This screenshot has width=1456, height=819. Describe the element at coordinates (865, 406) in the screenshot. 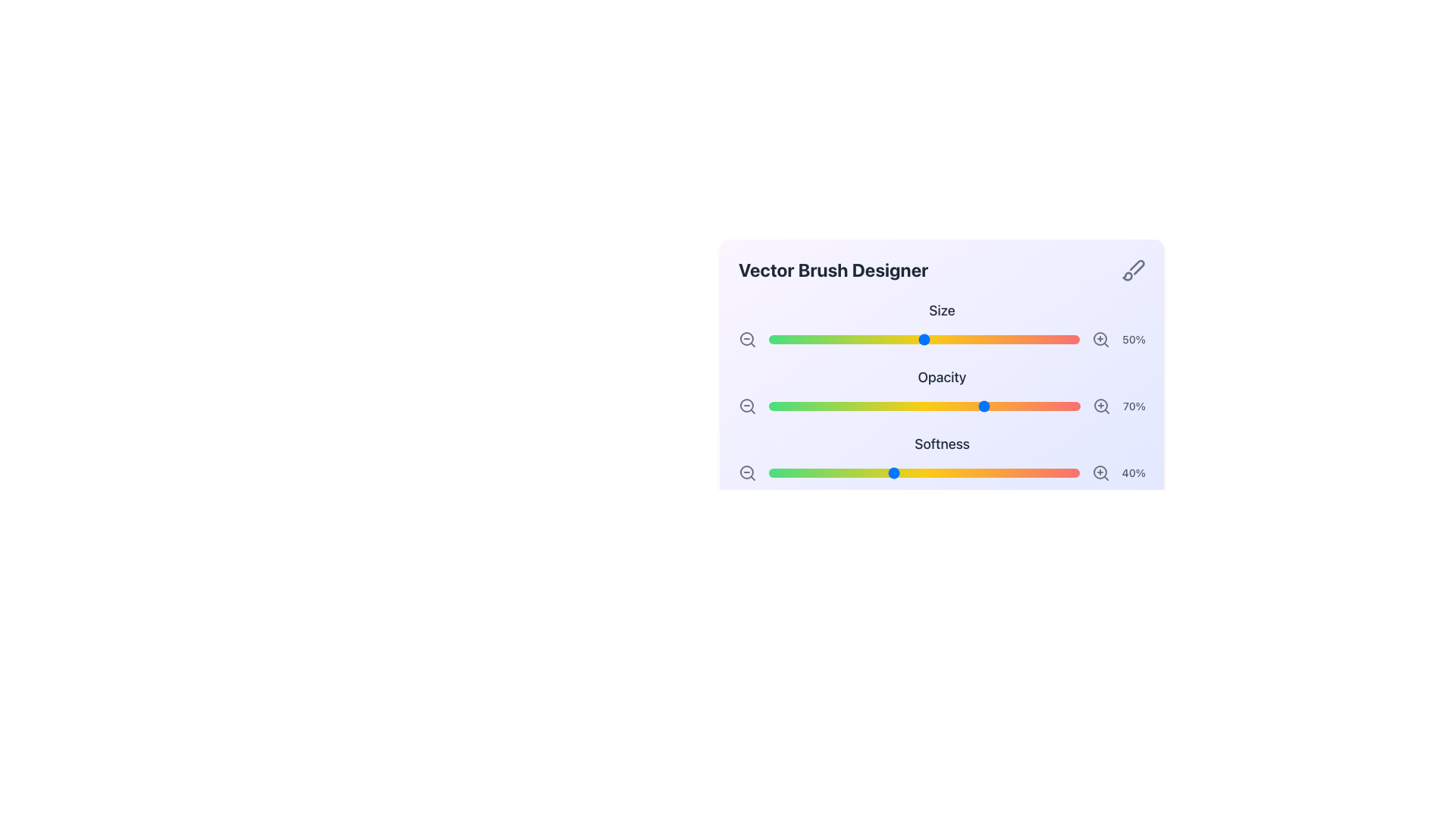

I see `opacity` at that location.